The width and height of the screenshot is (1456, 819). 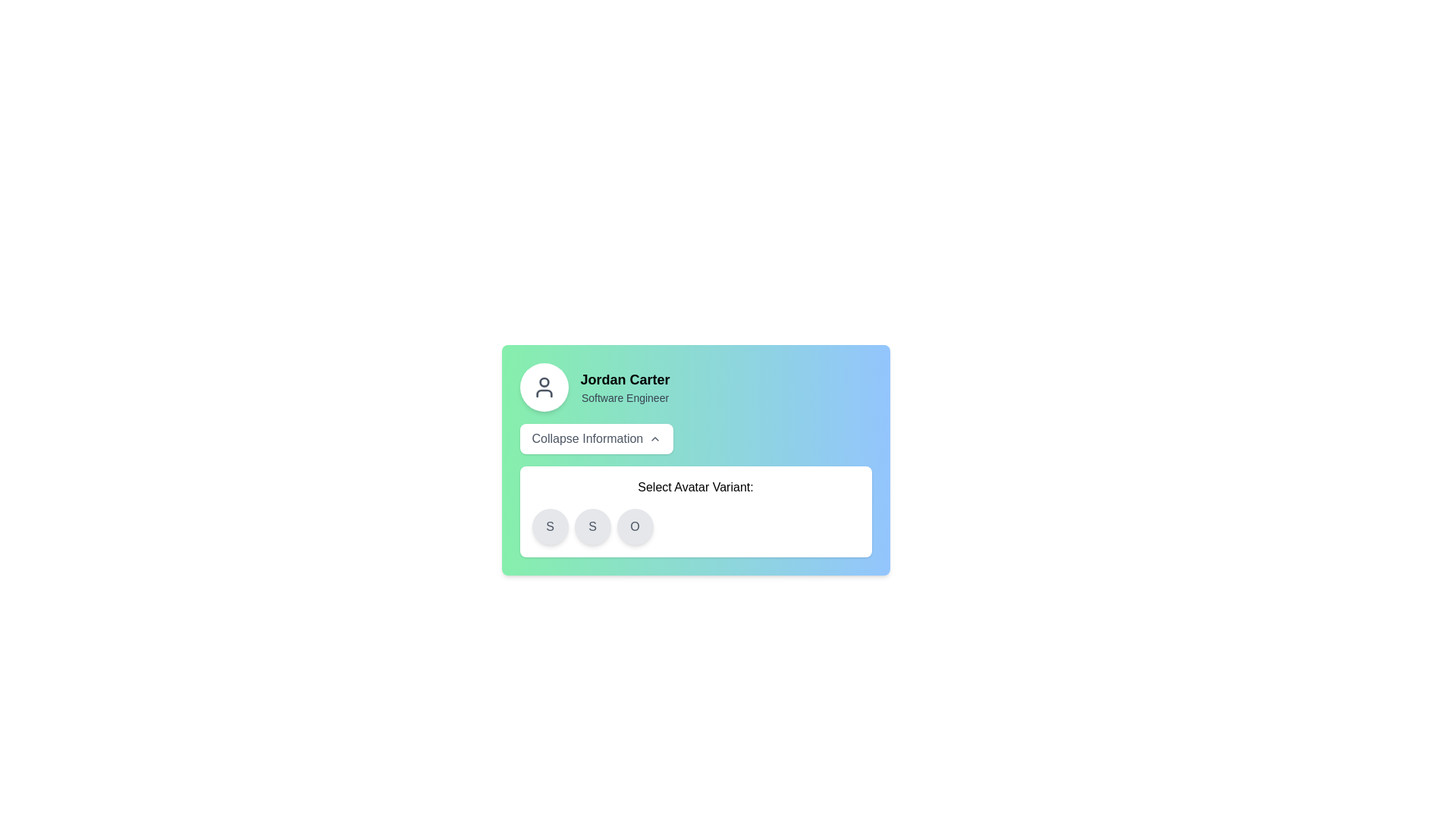 What do you see at coordinates (695, 512) in the screenshot?
I see `the selectable avatar icons in the group titled 'Select Avatar Variant:' which are displayed in grayscale on a white background` at bounding box center [695, 512].